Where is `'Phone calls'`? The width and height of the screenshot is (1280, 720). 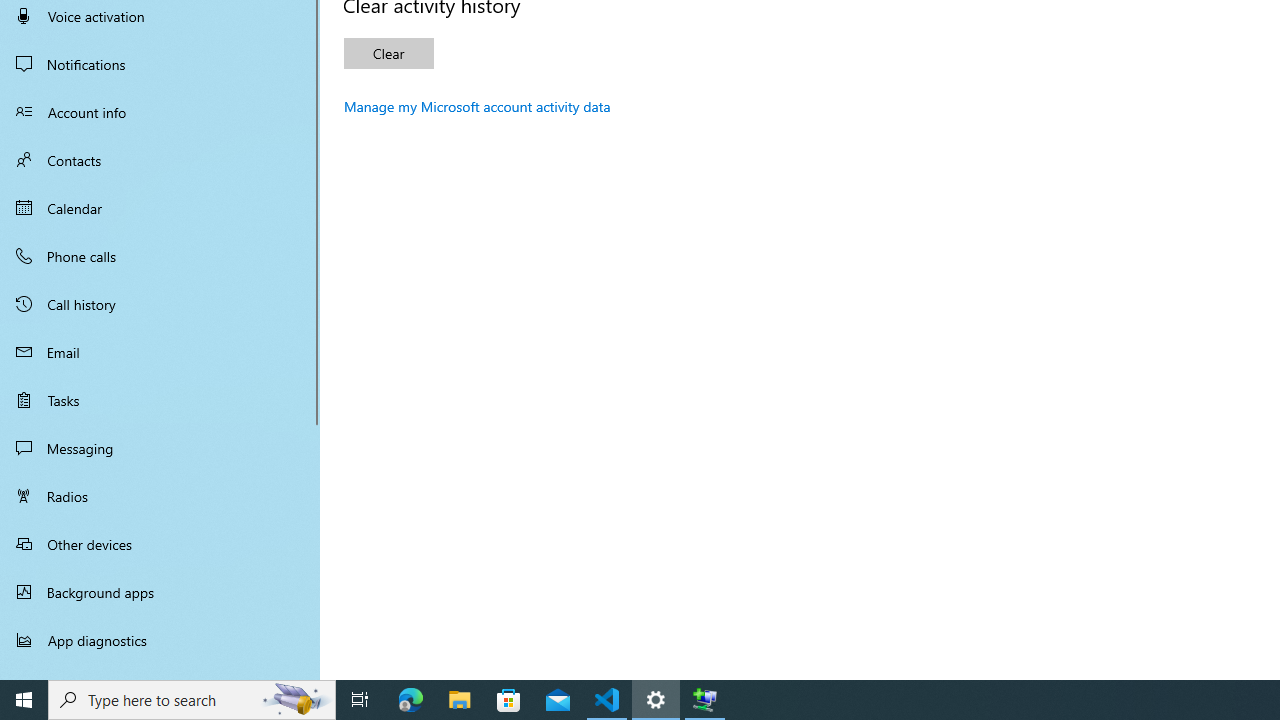 'Phone calls' is located at coordinates (160, 254).